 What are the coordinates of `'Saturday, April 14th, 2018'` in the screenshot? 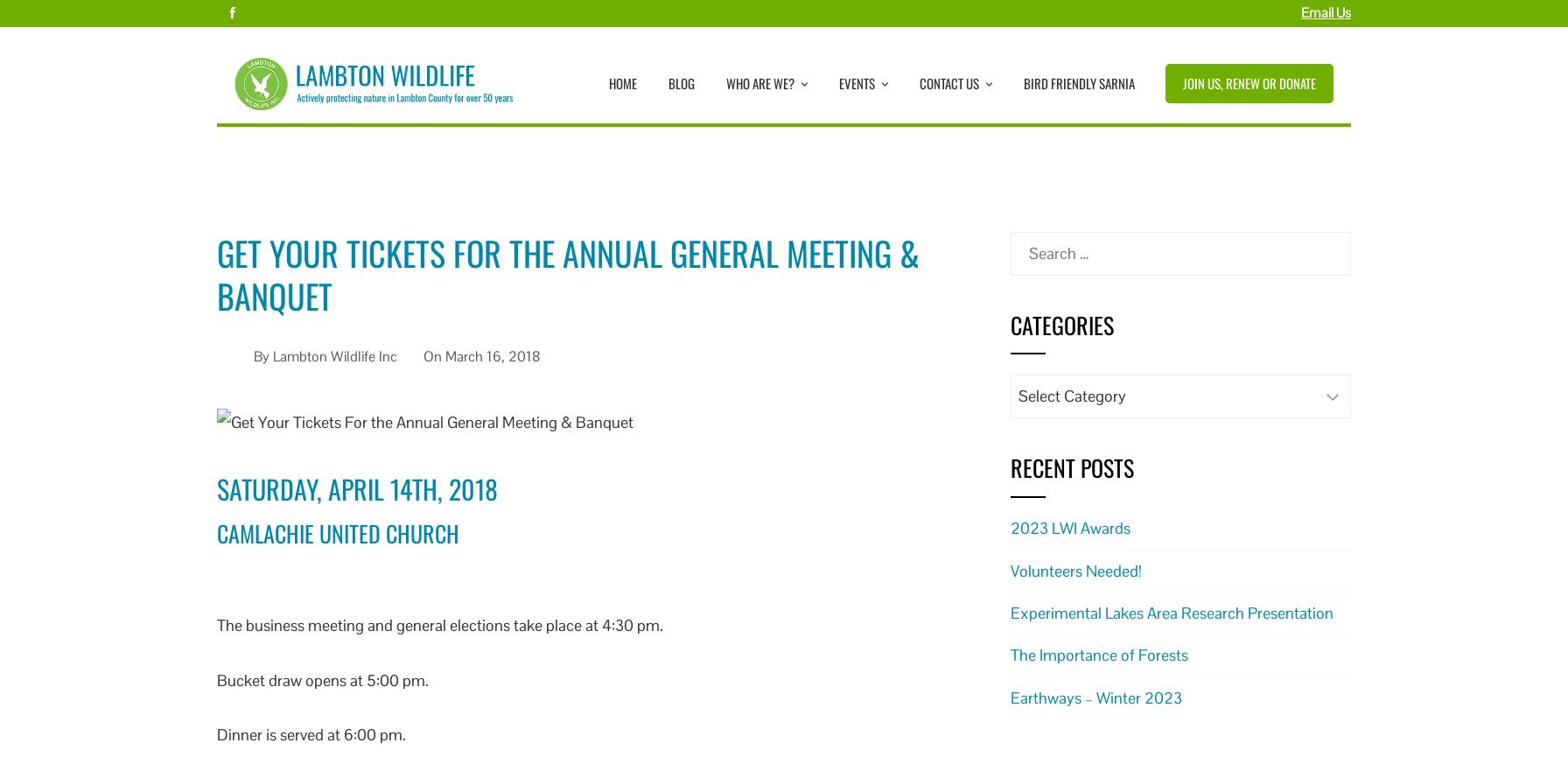 It's located at (357, 487).